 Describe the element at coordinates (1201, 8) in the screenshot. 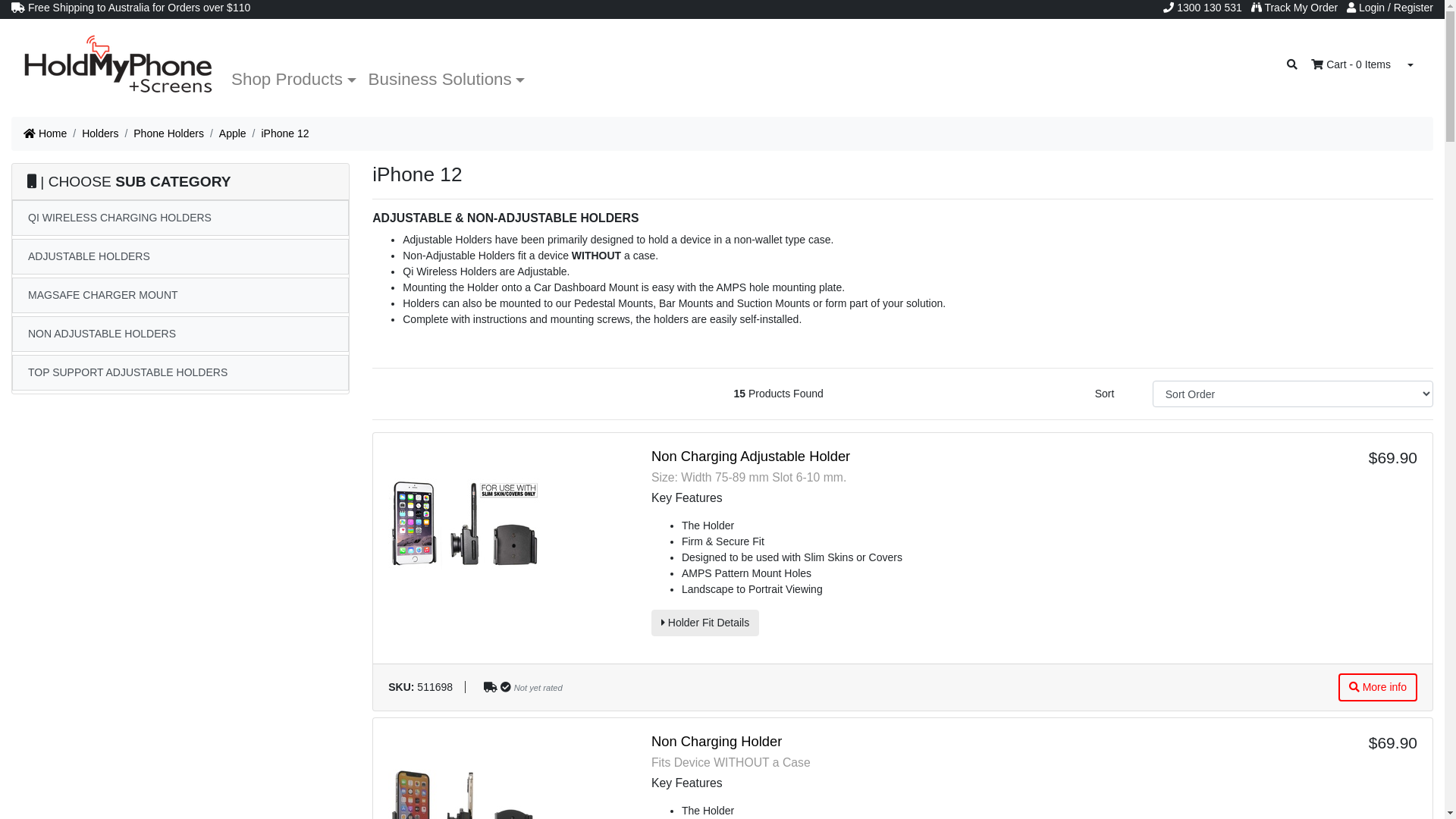

I see `'1300 130 531'` at that location.